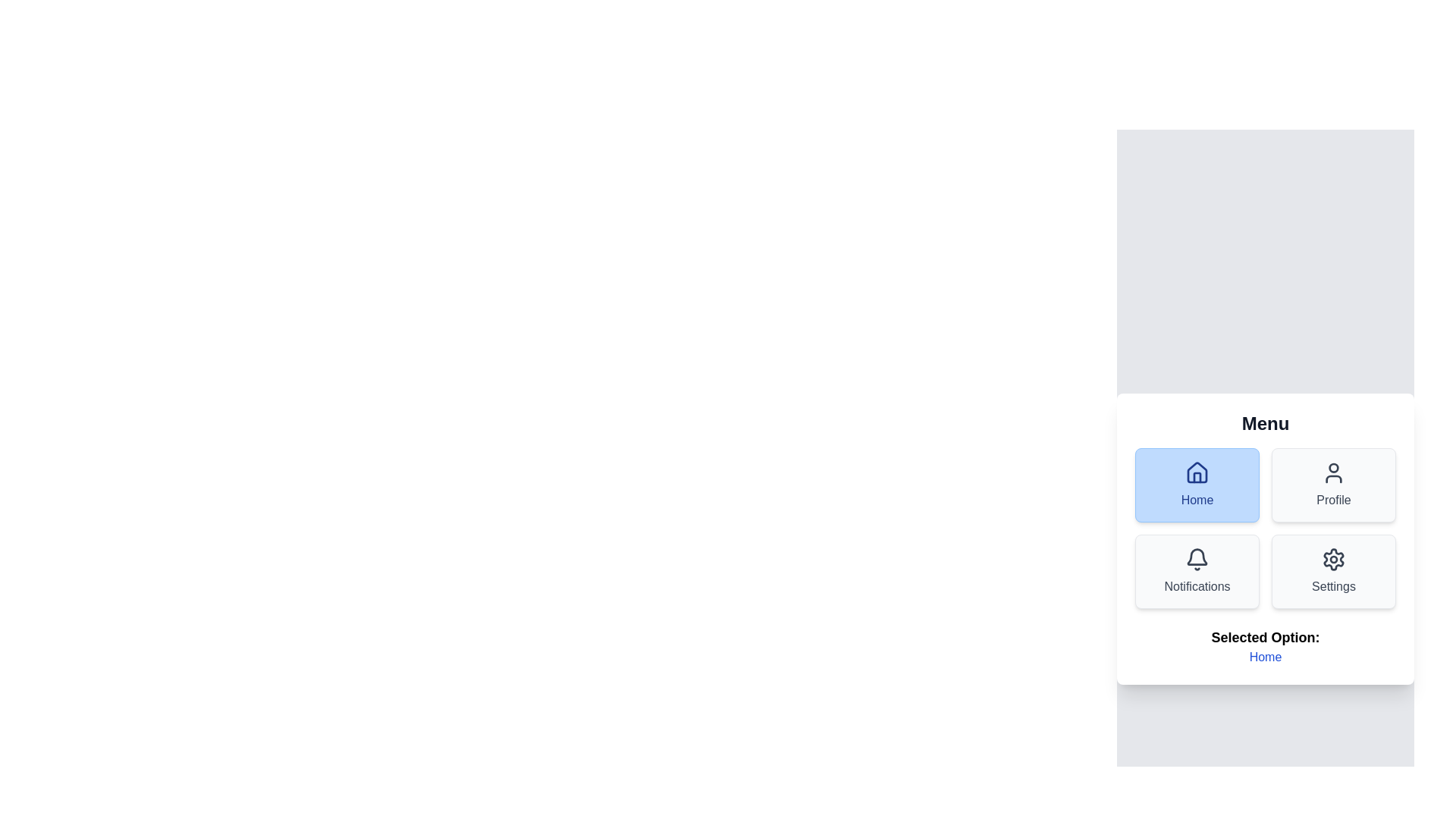 The height and width of the screenshot is (819, 1456). What do you see at coordinates (1332, 485) in the screenshot?
I see `the menu option Profile` at bounding box center [1332, 485].